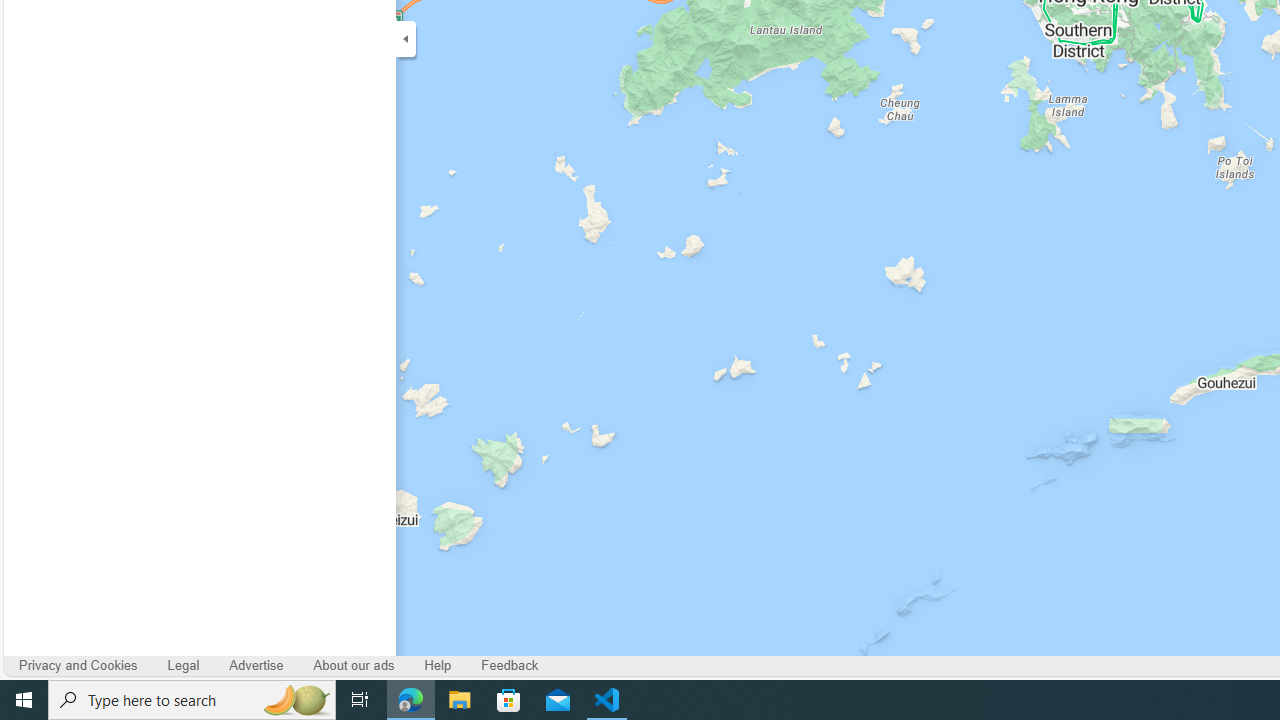 The width and height of the screenshot is (1280, 720). What do you see at coordinates (437, 666) in the screenshot?
I see `'Help'` at bounding box center [437, 666].